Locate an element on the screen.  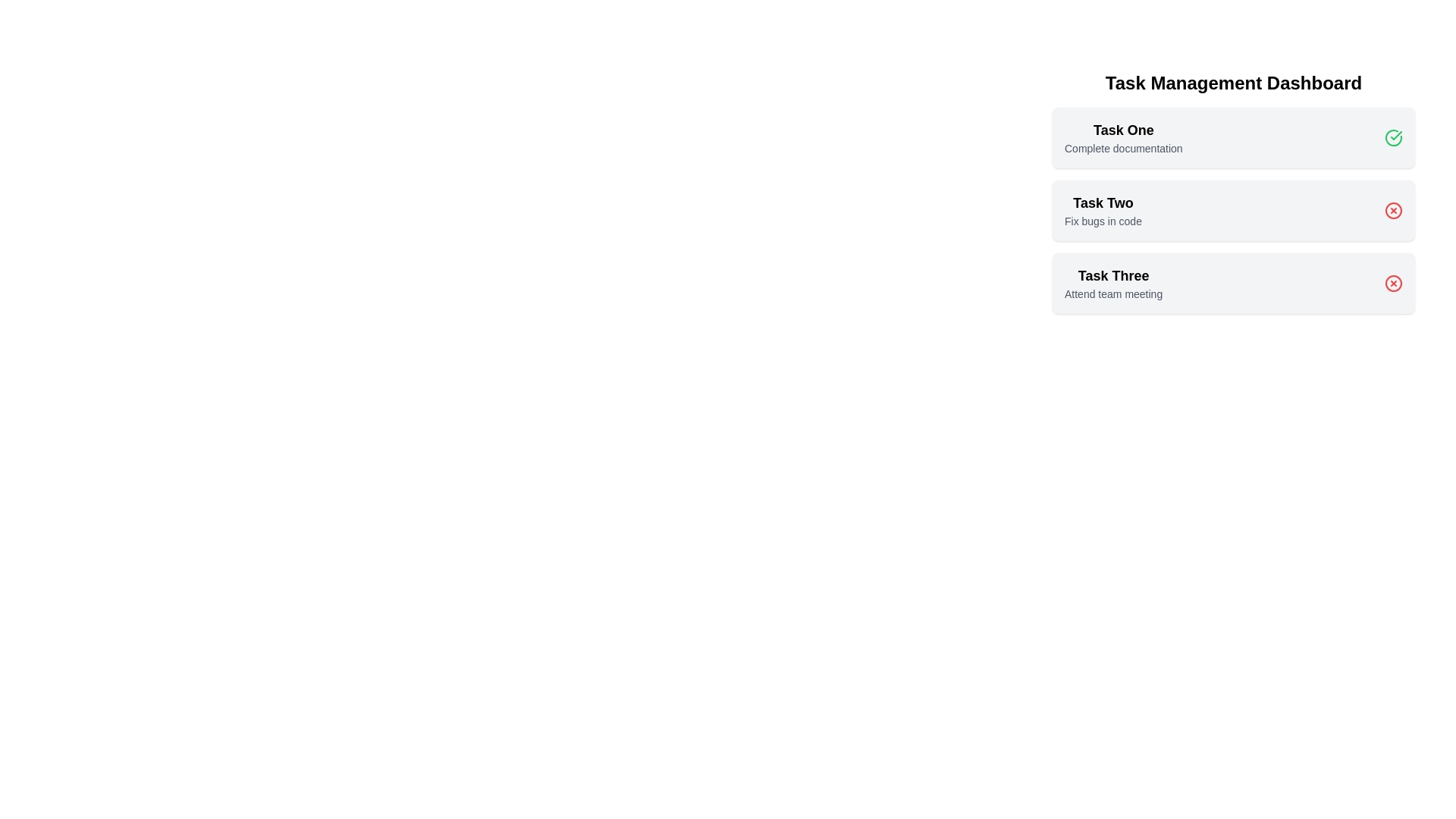
the task item Task One to open its context menu is located at coordinates (1123, 137).